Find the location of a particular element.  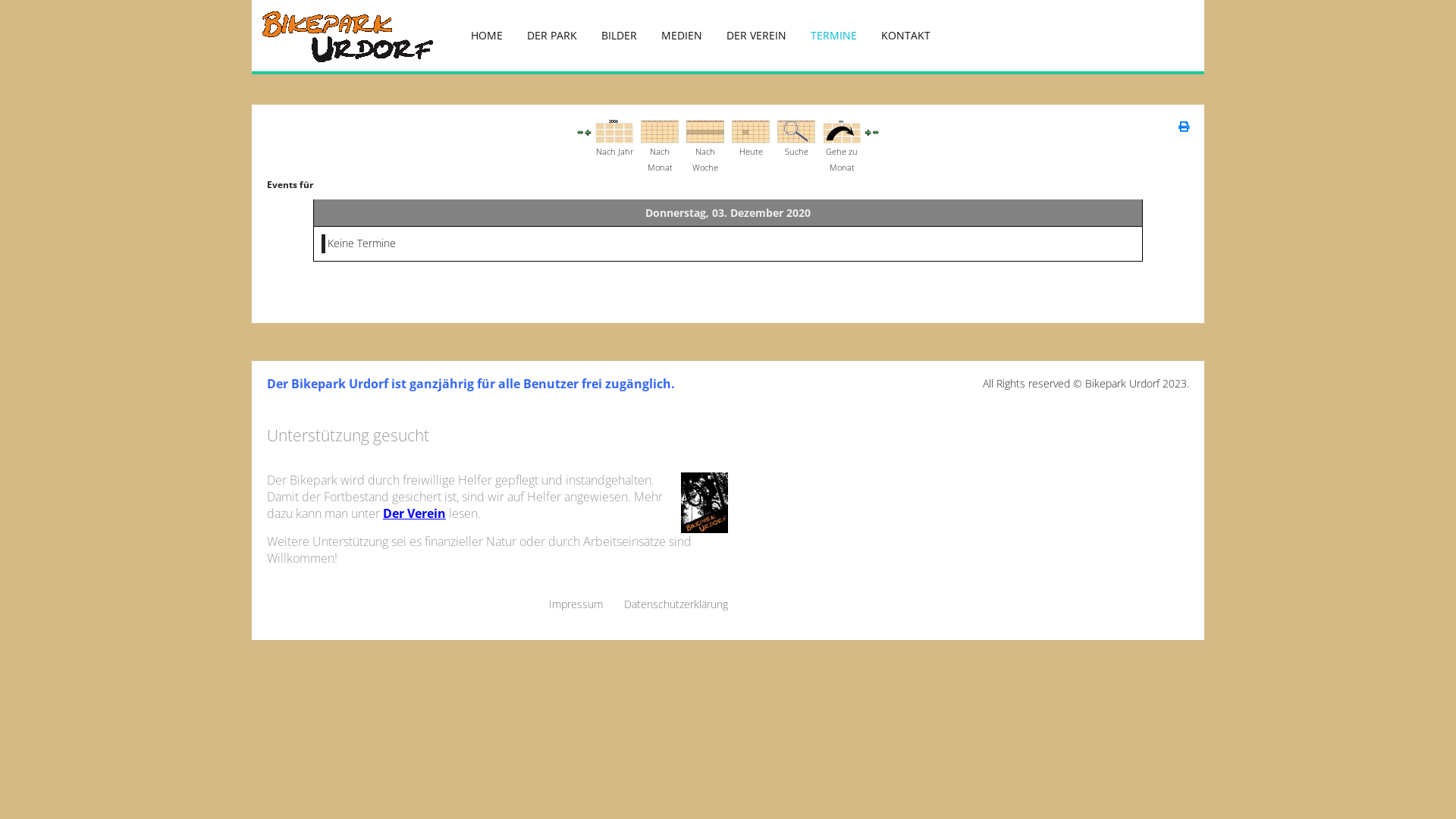

'TERMINE' is located at coordinates (833, 34).